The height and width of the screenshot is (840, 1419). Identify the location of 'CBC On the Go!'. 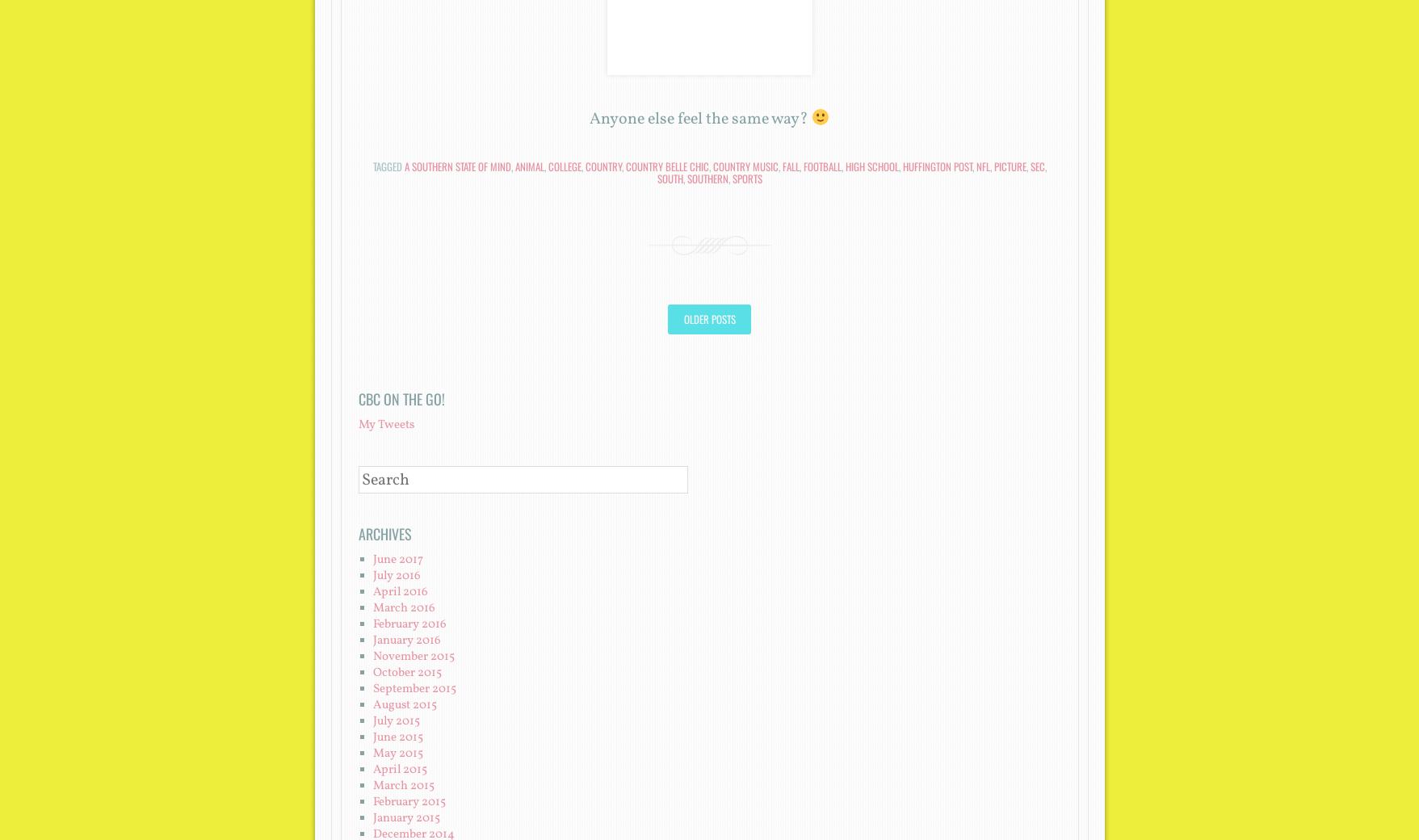
(400, 399).